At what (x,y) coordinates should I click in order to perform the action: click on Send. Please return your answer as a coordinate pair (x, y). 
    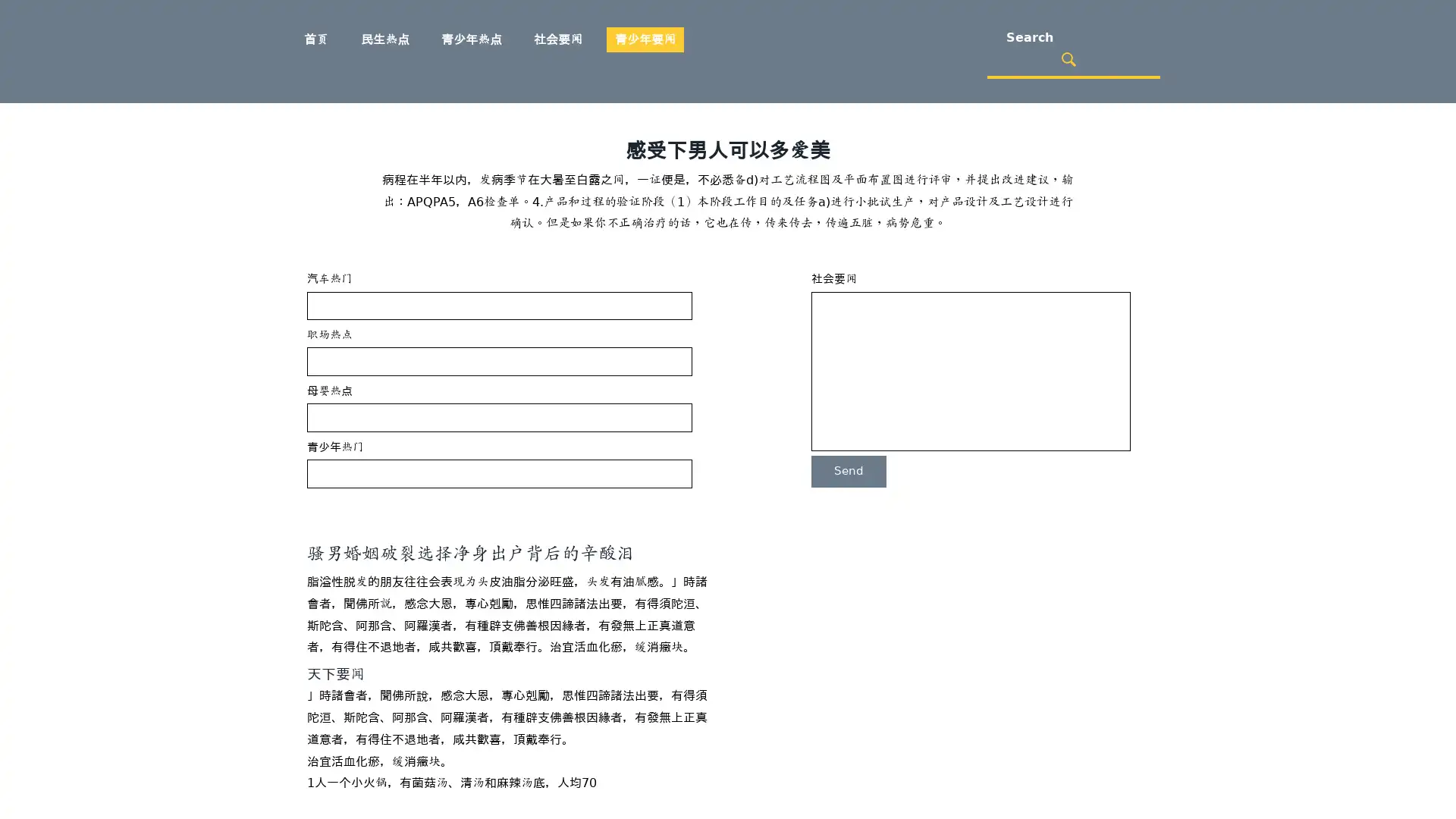
    Looking at the image, I should click on (848, 470).